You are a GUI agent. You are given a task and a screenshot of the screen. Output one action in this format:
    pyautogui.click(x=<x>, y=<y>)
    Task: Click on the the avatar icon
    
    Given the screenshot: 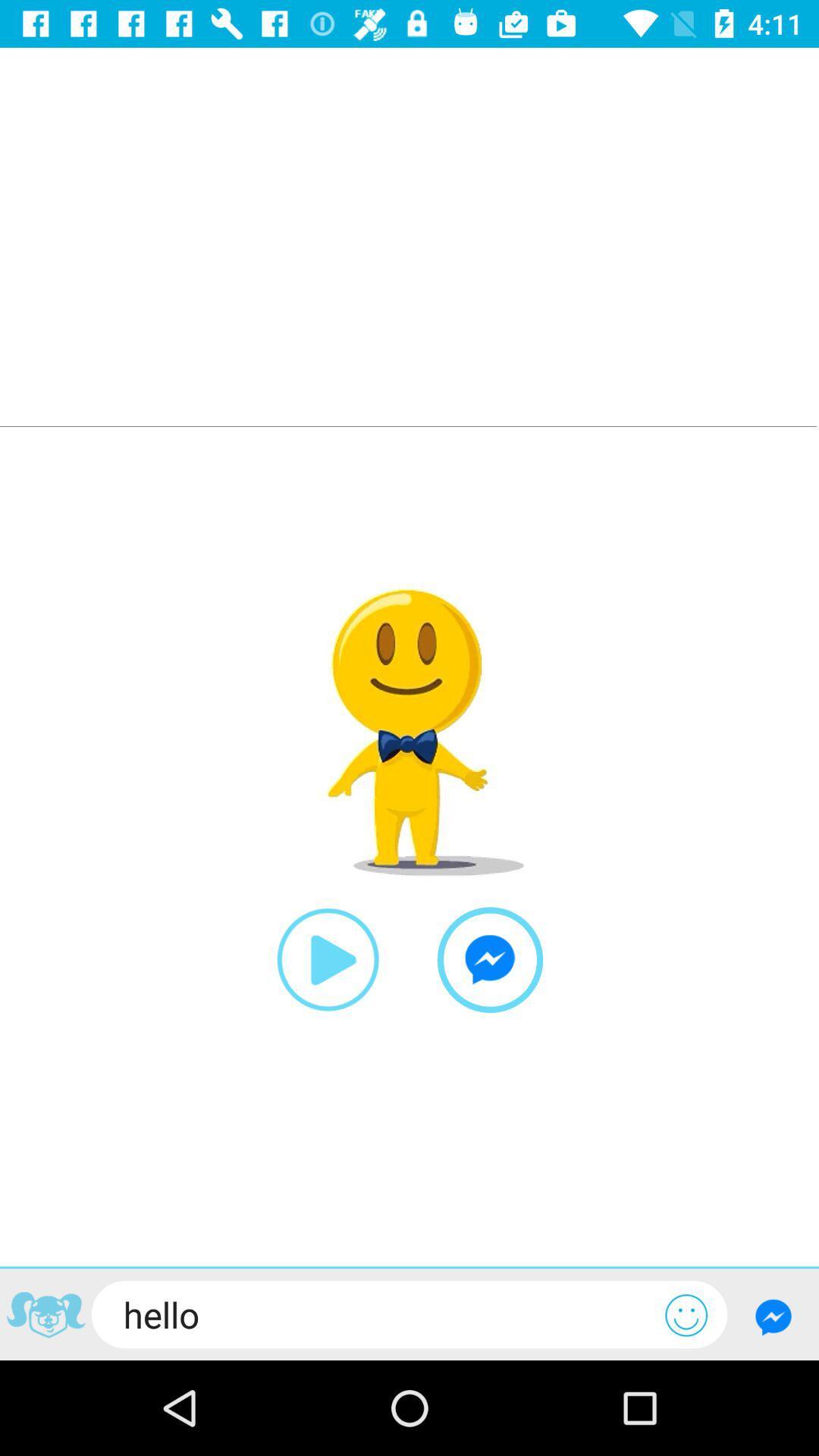 What is the action you would take?
    pyautogui.click(x=45, y=1316)
    